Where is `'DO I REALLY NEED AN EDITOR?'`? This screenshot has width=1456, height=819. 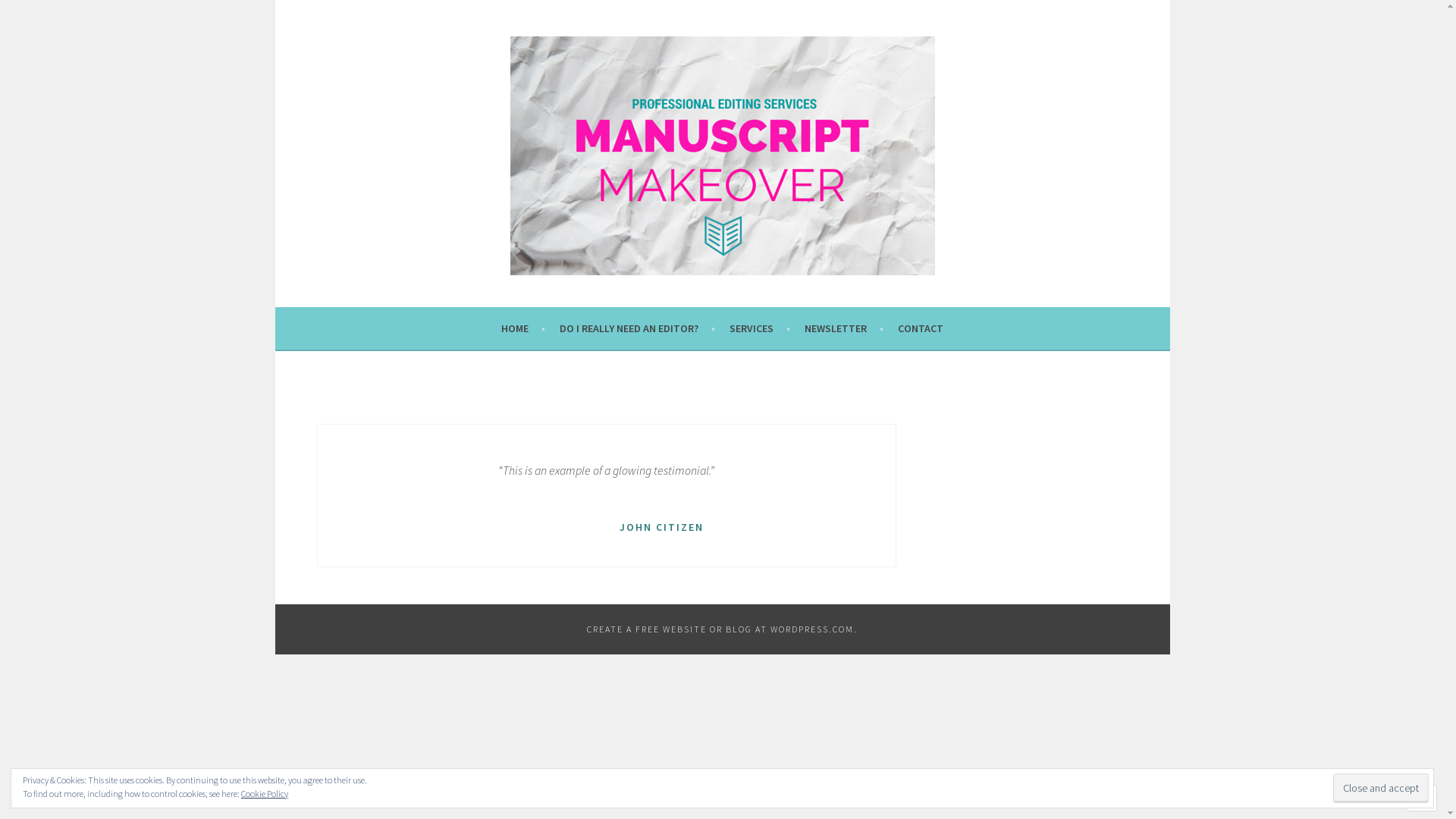 'DO I REALLY NEED AN EDITOR?' is located at coordinates (637, 327).